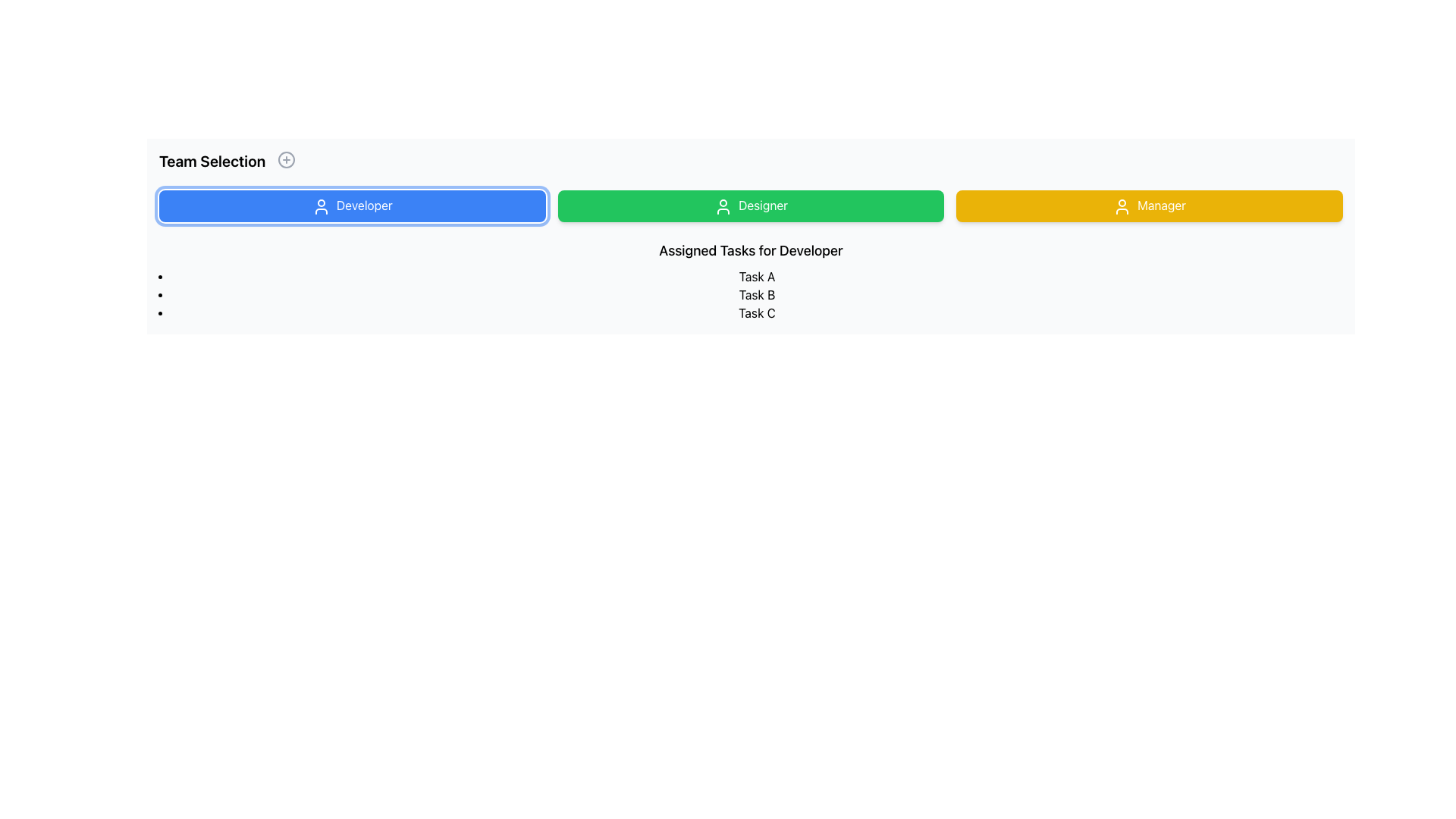 The width and height of the screenshot is (1456, 819). I want to click on the text label 'Task B' which is the second entry in a bulleted list of tasks for the 'Developer' section, so click(757, 294).